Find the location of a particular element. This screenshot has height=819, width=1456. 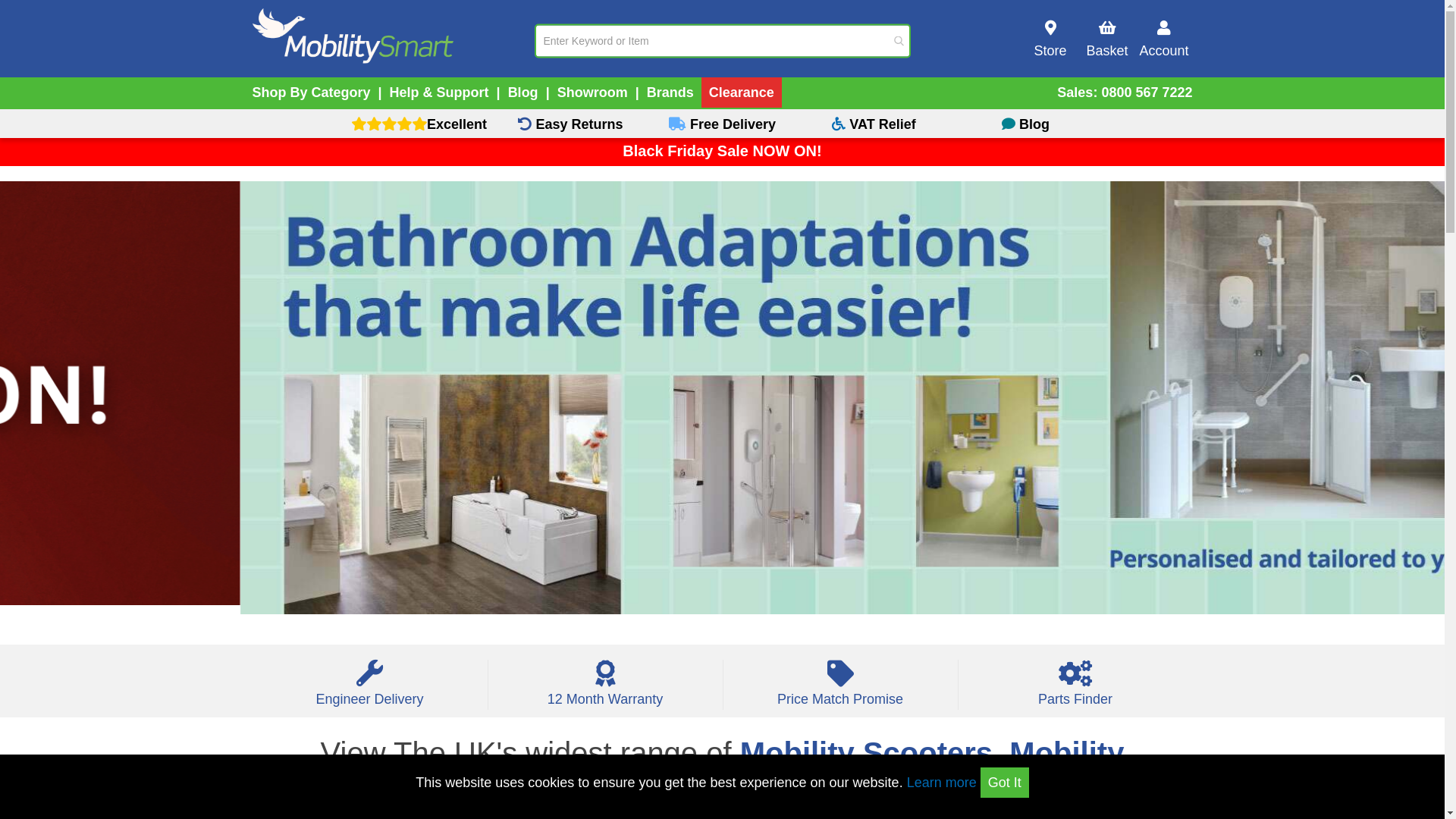

'Free Delivery' is located at coordinates (720, 123).